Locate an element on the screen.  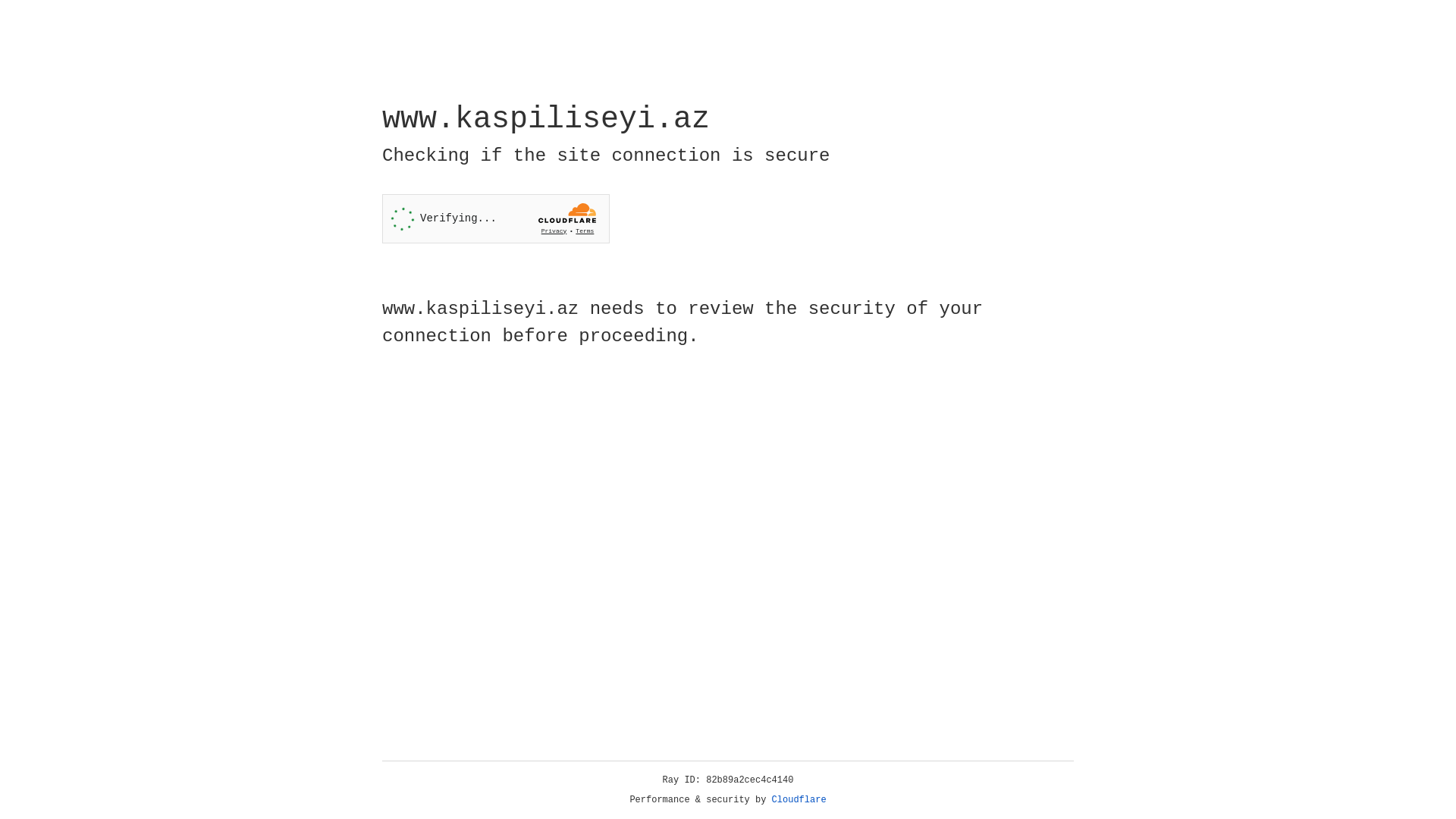
'Cloudflare' is located at coordinates (799, 799).